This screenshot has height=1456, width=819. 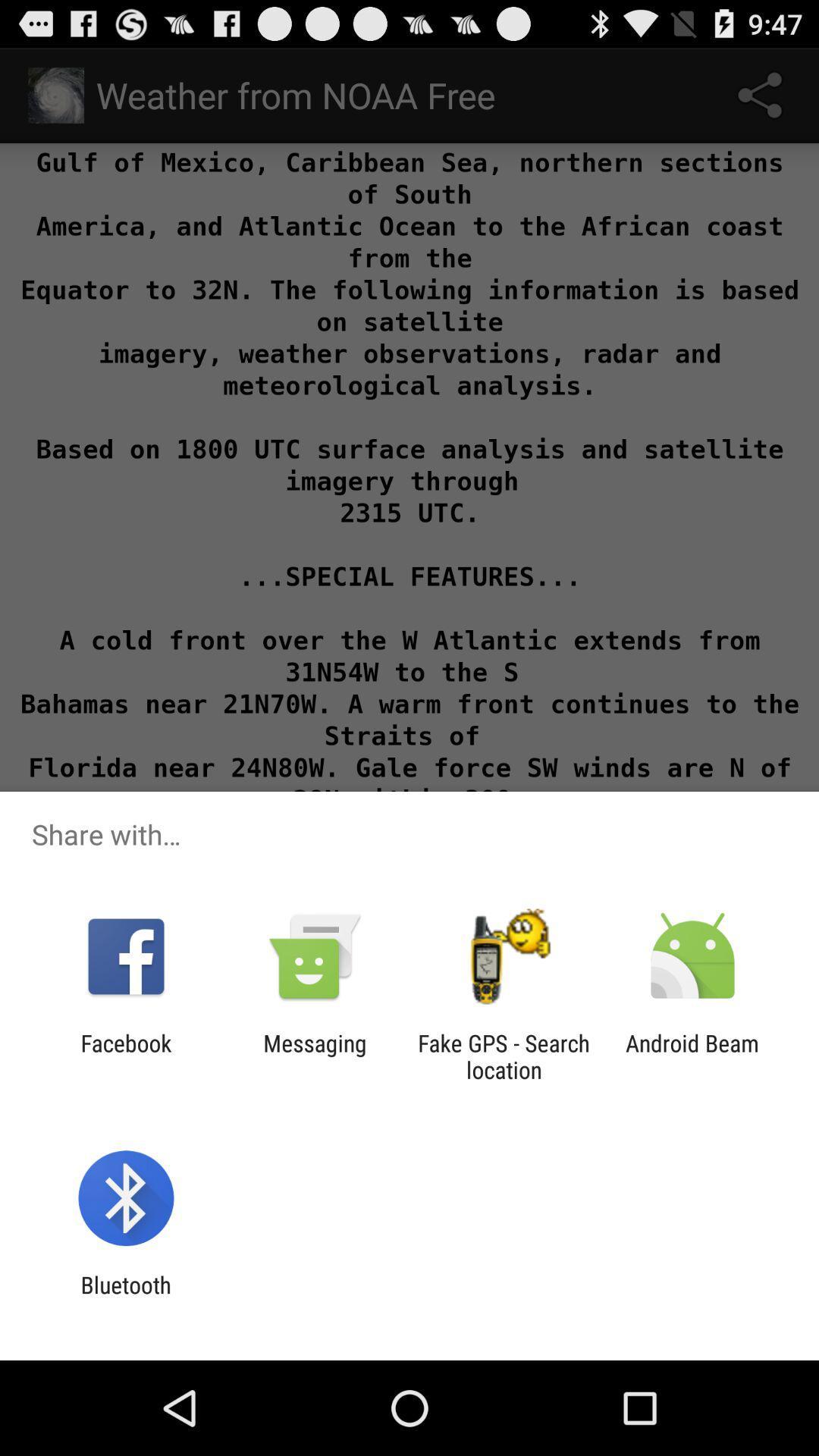 What do you see at coordinates (125, 1056) in the screenshot?
I see `the icon next to the messaging` at bounding box center [125, 1056].